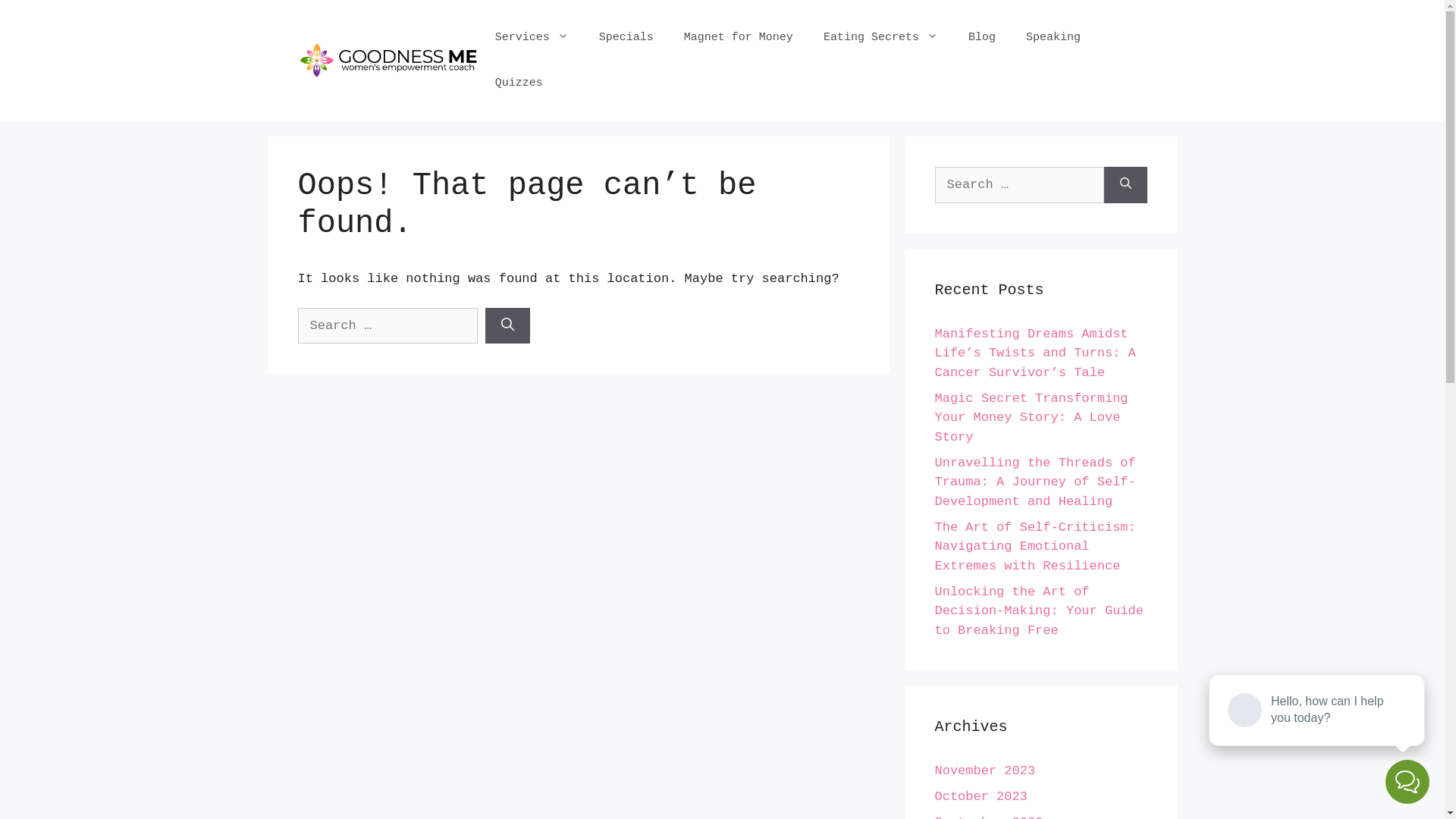  I want to click on 'Quizzes', so click(519, 83).